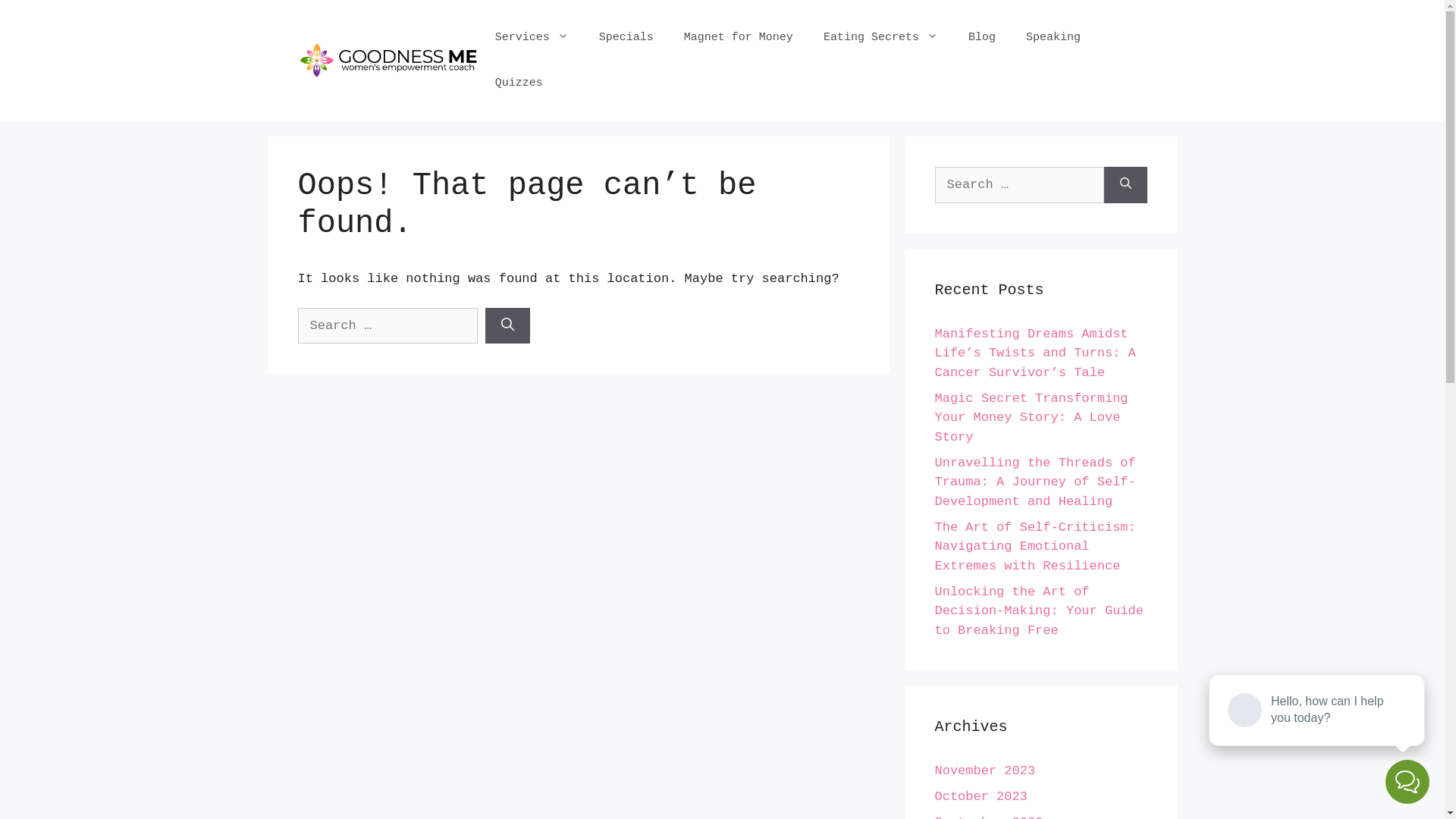  I want to click on 'Quizzes', so click(519, 83).